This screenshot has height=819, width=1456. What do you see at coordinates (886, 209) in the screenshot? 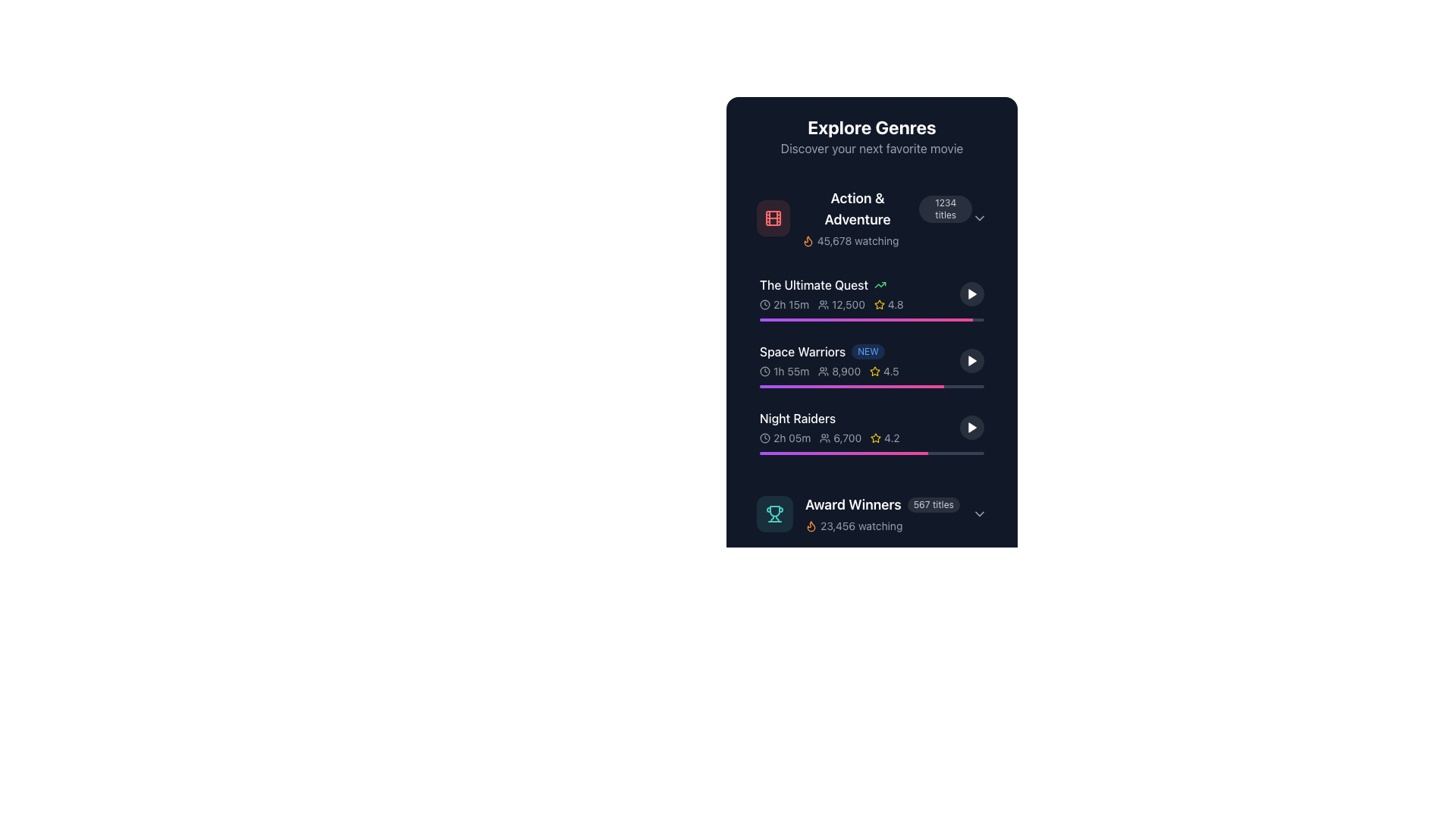
I see `information displayed on the label with badge showing 'Action & Adventure' and '1234 titles' in a dark-themed interface, located just below the 'Explore Genres' heading` at bounding box center [886, 209].